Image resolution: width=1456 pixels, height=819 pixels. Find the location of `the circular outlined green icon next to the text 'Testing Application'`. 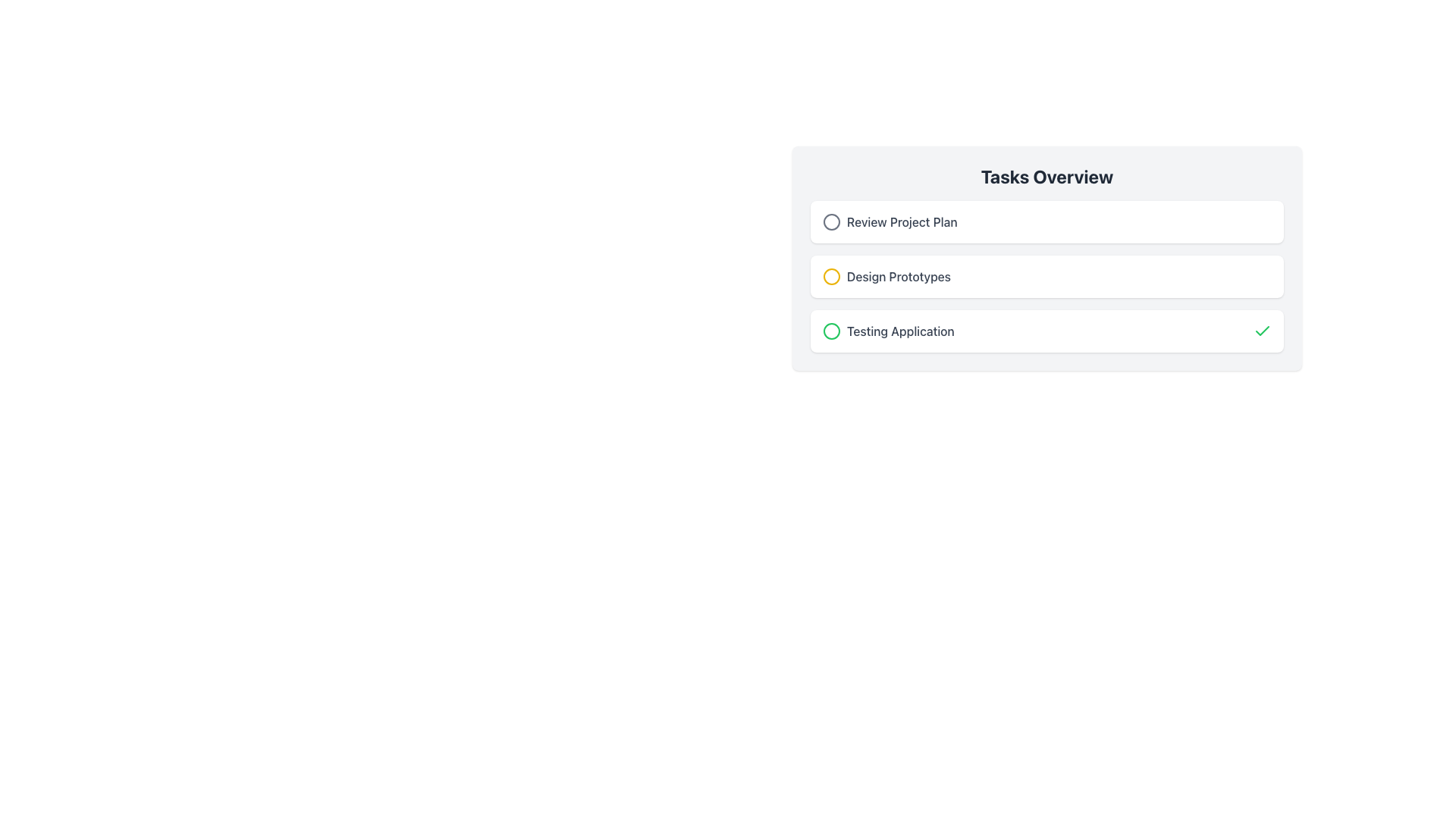

the circular outlined green icon next to the text 'Testing Application' is located at coordinates (831, 330).